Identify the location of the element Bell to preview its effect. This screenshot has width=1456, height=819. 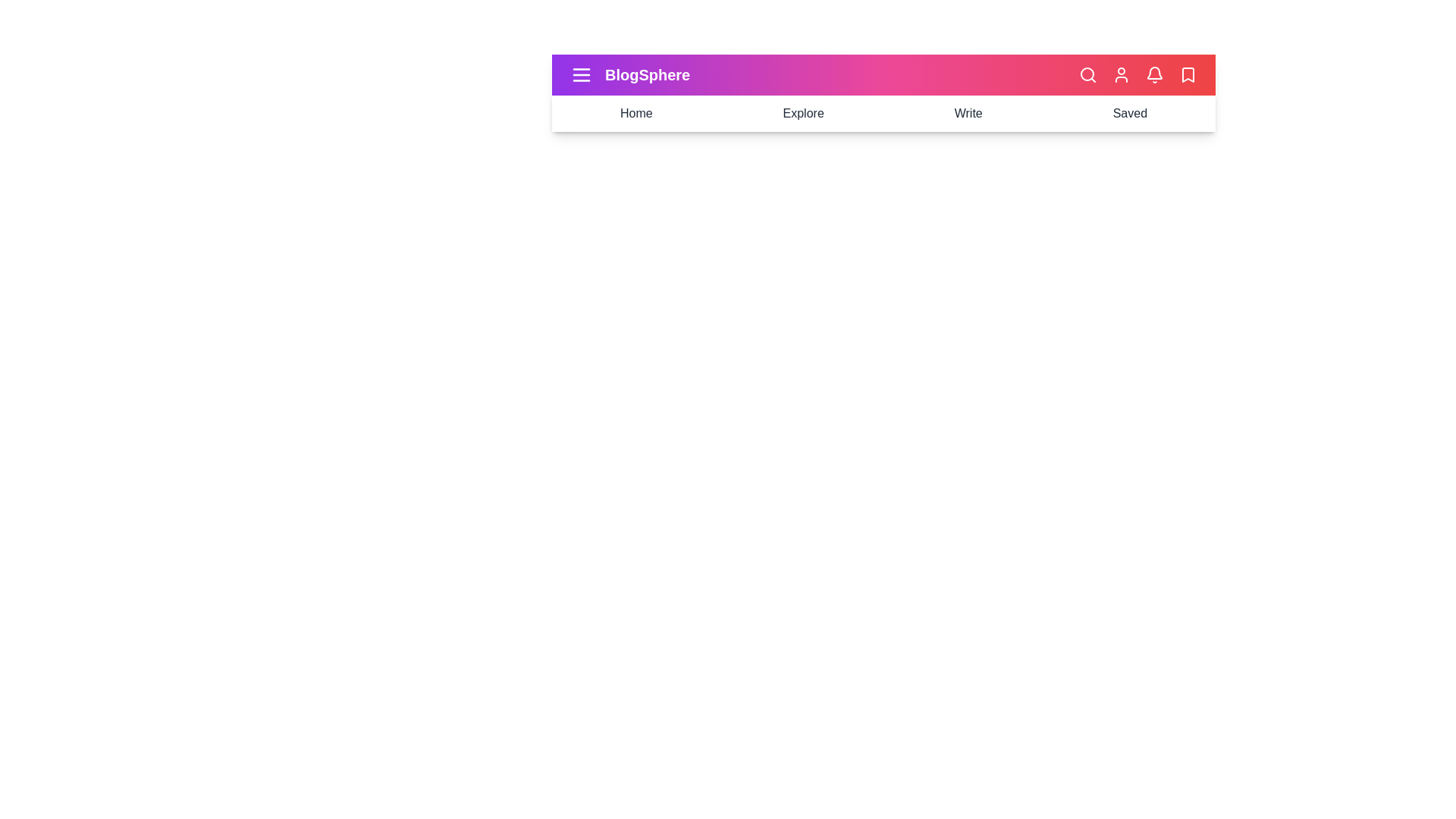
(1153, 75).